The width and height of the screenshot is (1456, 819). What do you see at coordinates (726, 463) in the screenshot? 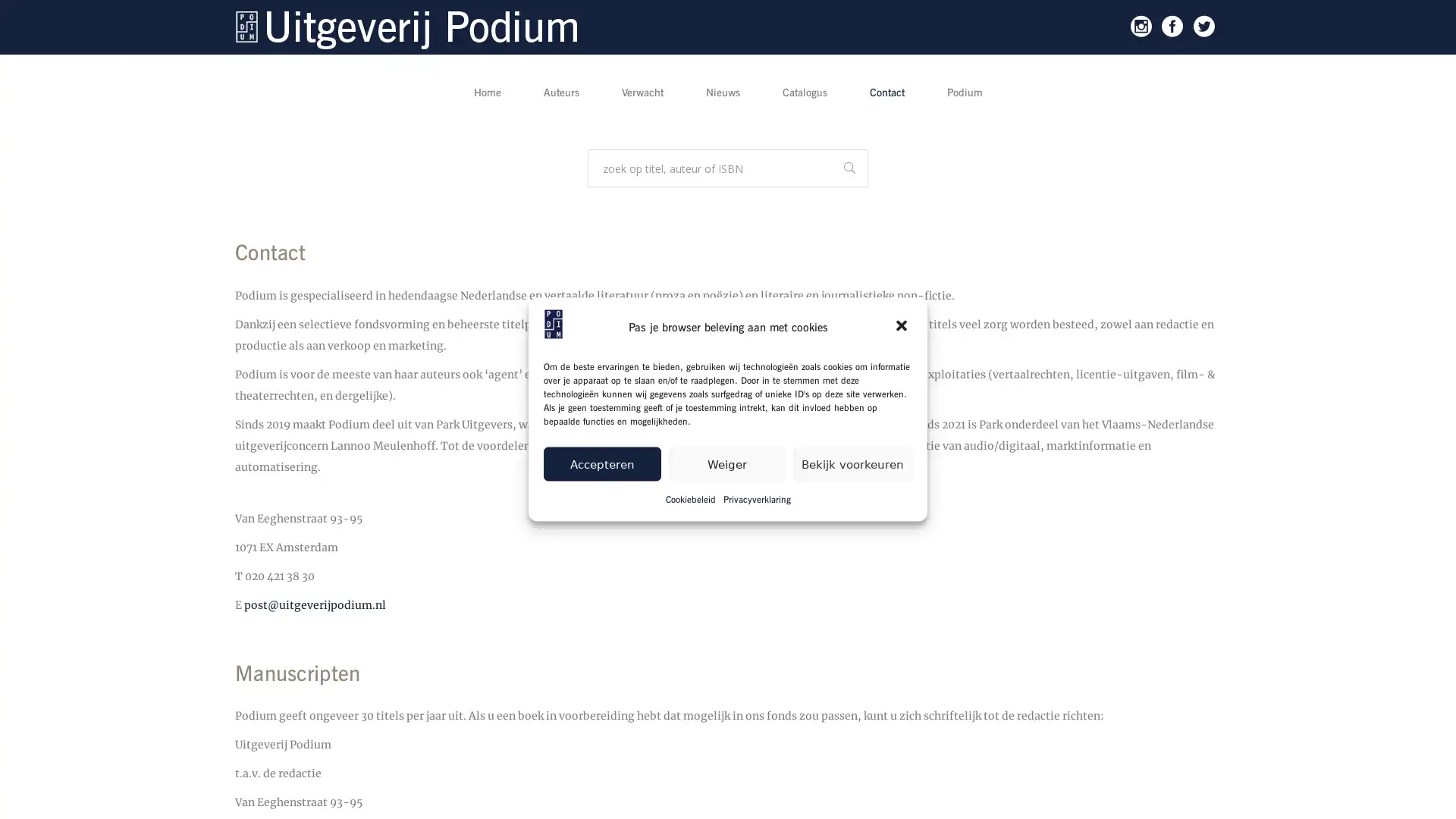
I see `Weiger` at bounding box center [726, 463].